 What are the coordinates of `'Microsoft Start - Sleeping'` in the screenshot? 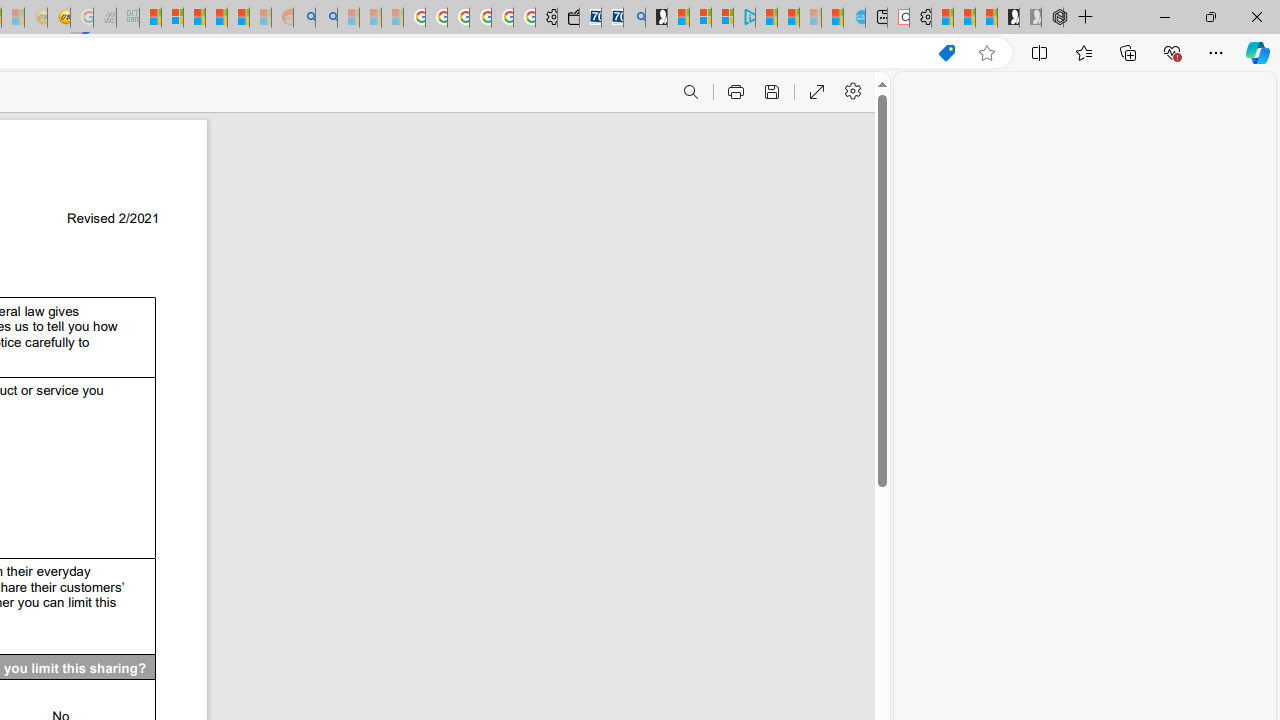 It's located at (810, 17).